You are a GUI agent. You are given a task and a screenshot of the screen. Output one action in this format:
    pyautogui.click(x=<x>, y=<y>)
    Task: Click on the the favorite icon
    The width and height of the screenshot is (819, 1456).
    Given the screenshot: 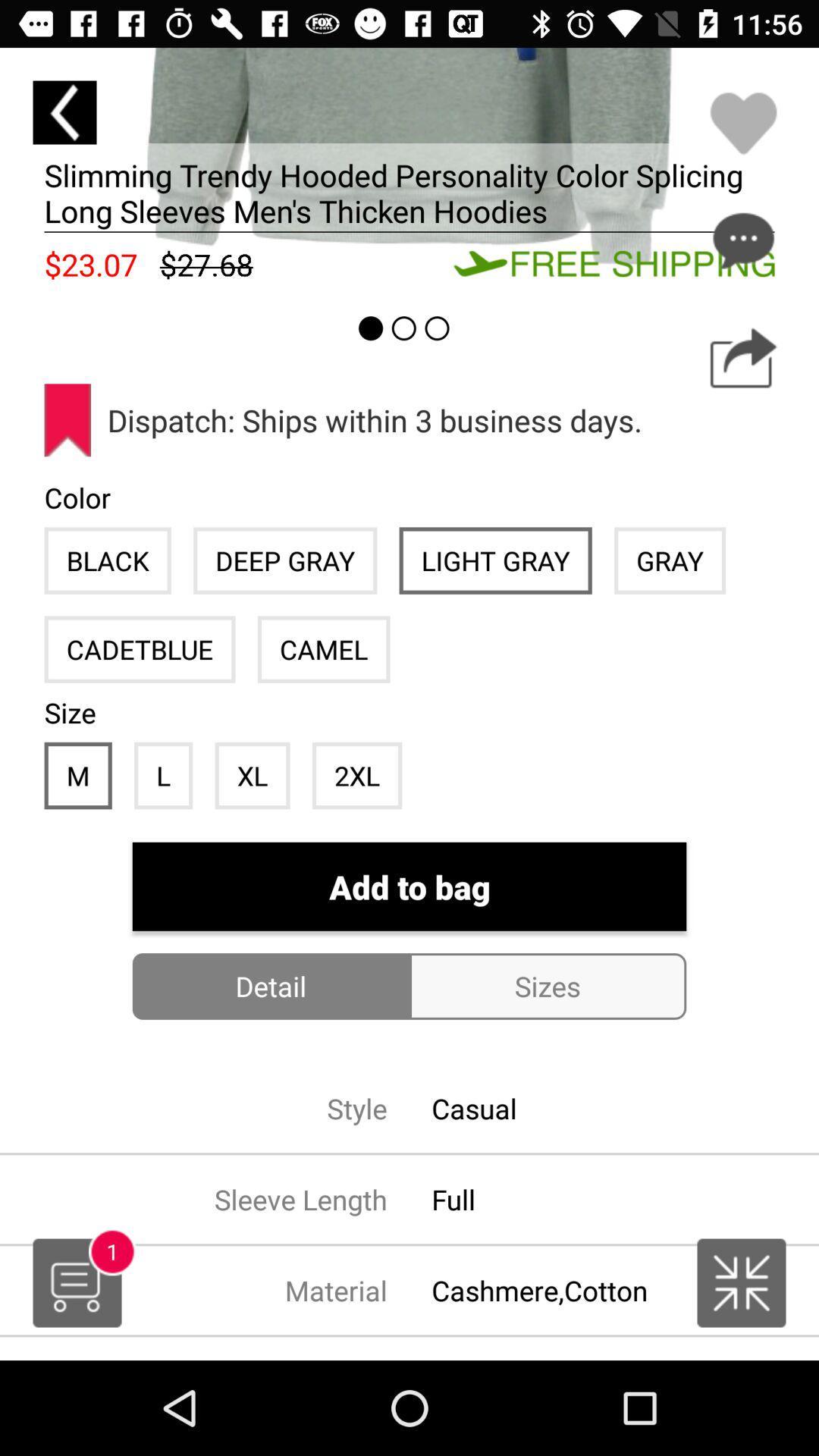 What is the action you would take?
    pyautogui.click(x=742, y=123)
    